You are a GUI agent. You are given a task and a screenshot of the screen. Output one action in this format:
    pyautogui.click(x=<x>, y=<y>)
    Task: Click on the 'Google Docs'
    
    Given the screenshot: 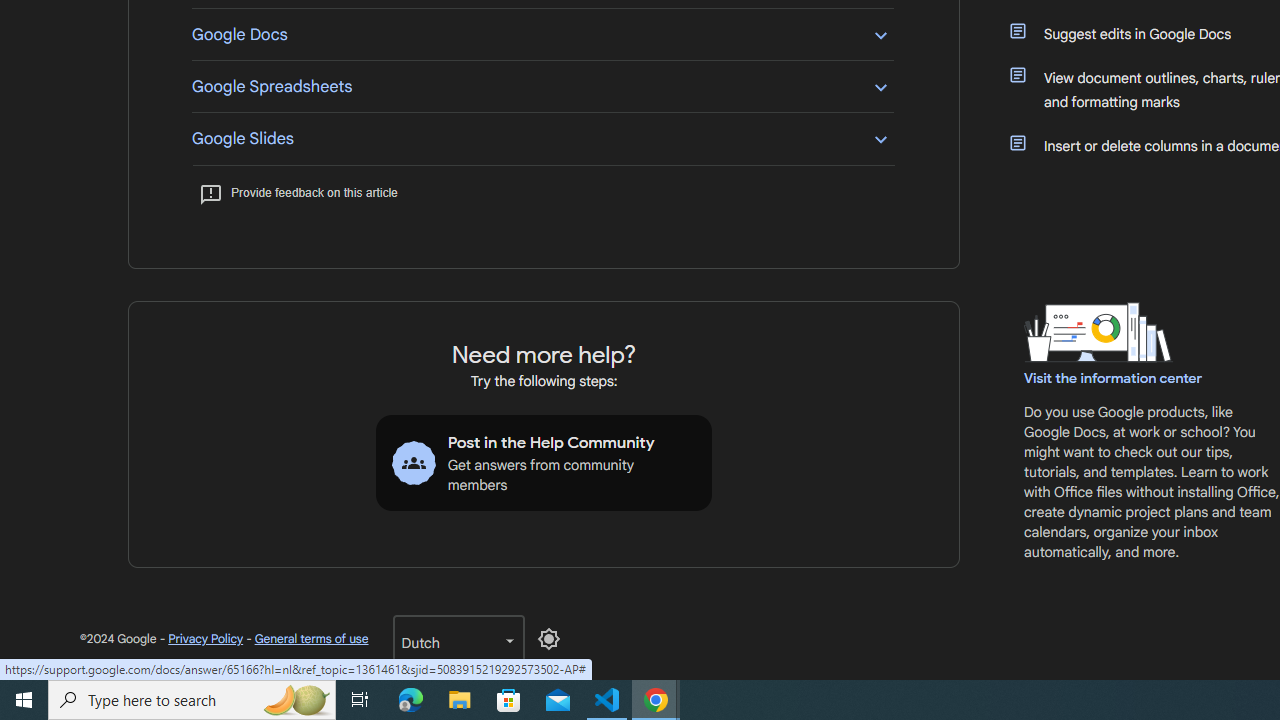 What is the action you would take?
    pyautogui.click(x=542, y=34)
    